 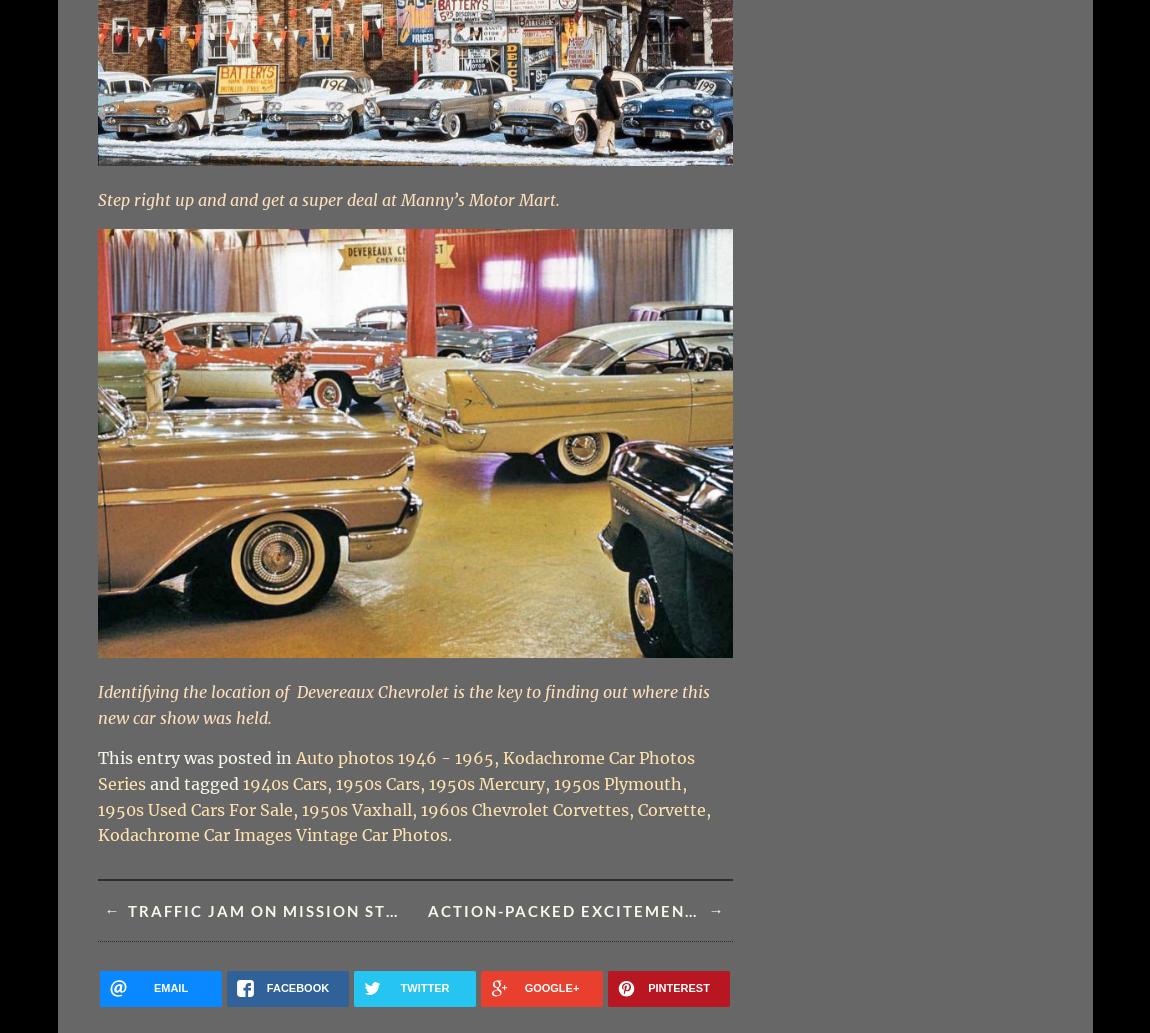 I want to click on 'email', so click(x=151, y=986).